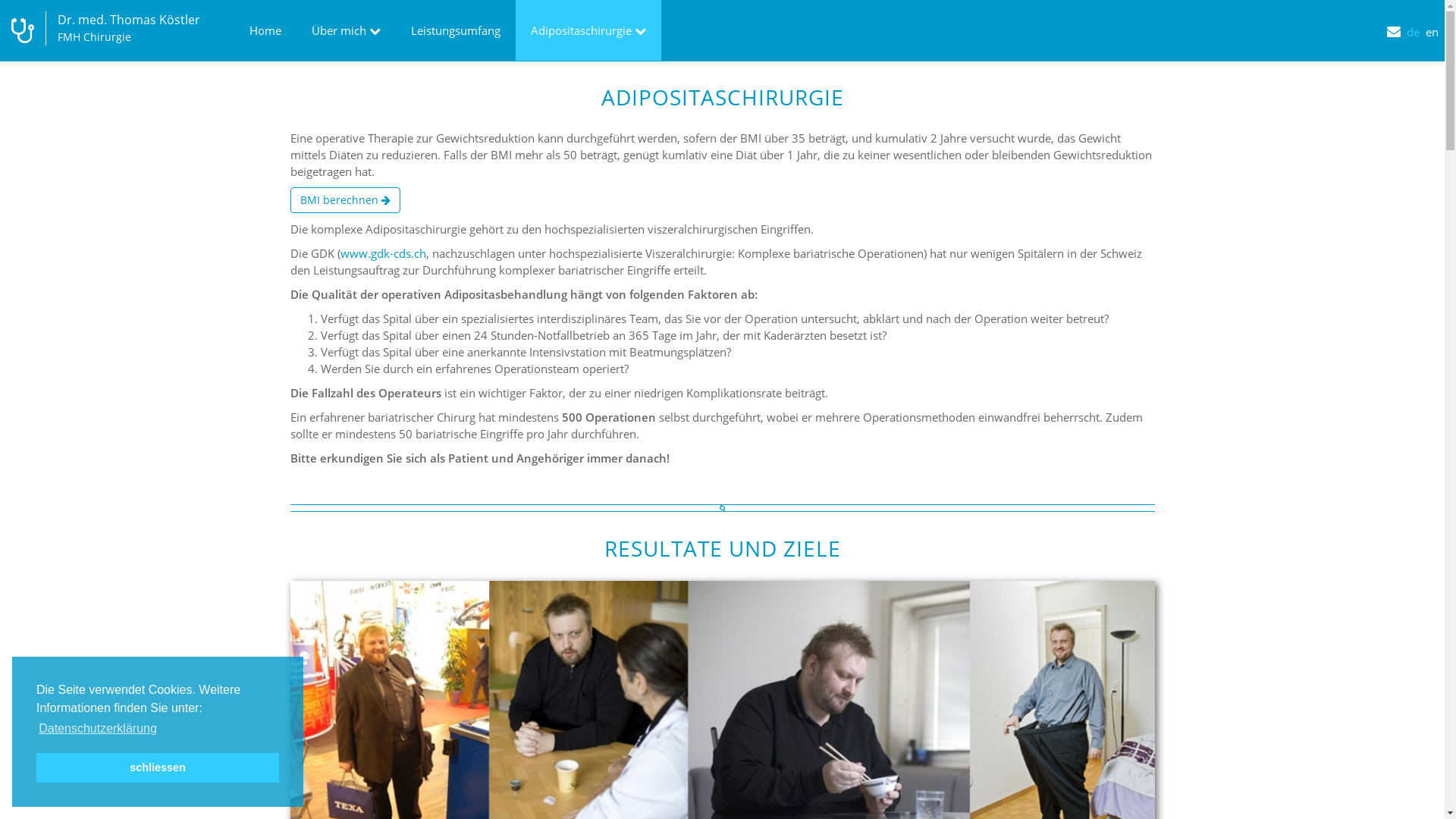 The image size is (1456, 819). What do you see at coordinates (454, 30) in the screenshot?
I see `'Leistungsumfang'` at bounding box center [454, 30].